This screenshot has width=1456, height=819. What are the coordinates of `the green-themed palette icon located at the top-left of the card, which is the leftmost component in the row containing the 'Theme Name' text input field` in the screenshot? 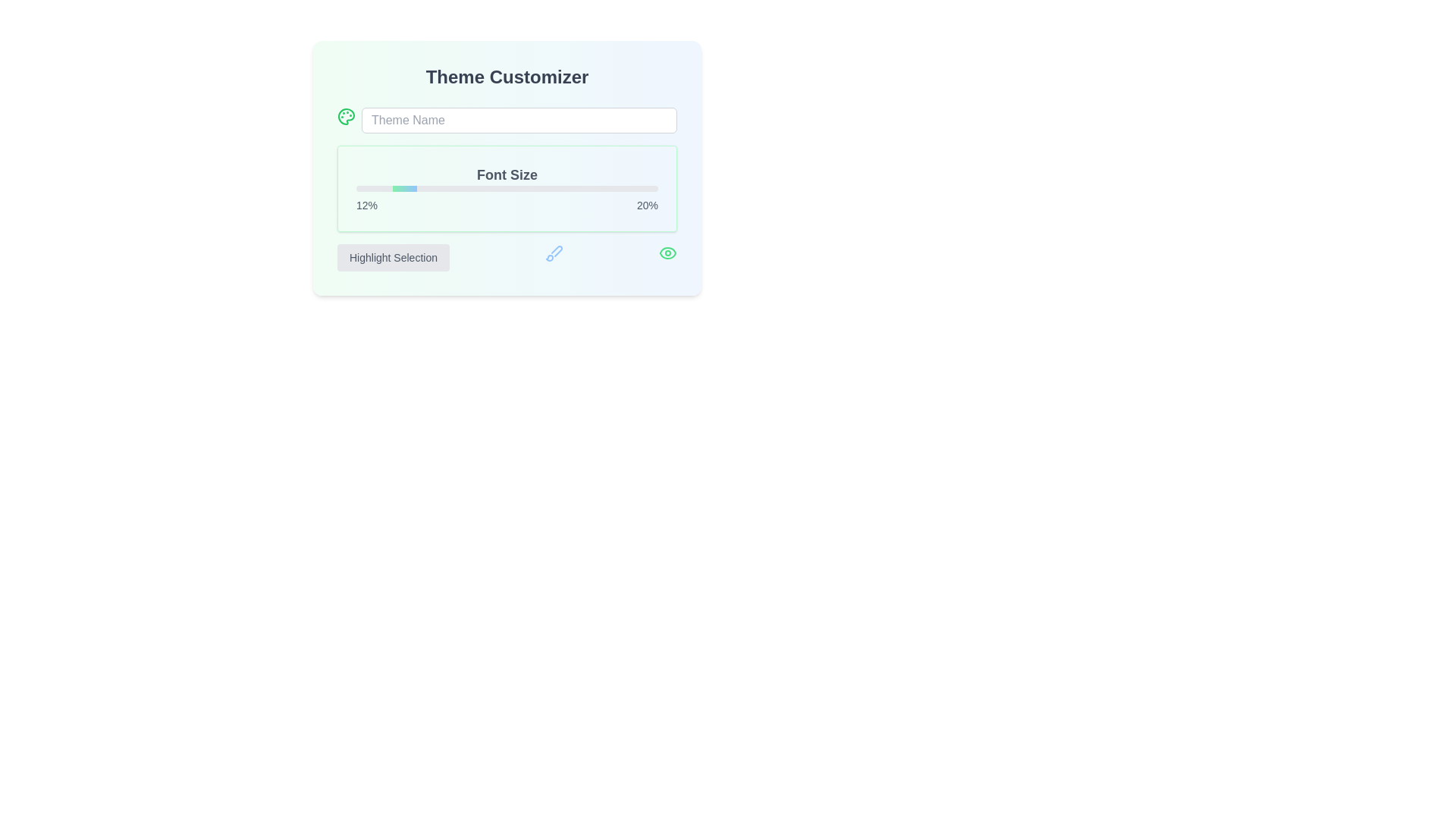 It's located at (345, 116).